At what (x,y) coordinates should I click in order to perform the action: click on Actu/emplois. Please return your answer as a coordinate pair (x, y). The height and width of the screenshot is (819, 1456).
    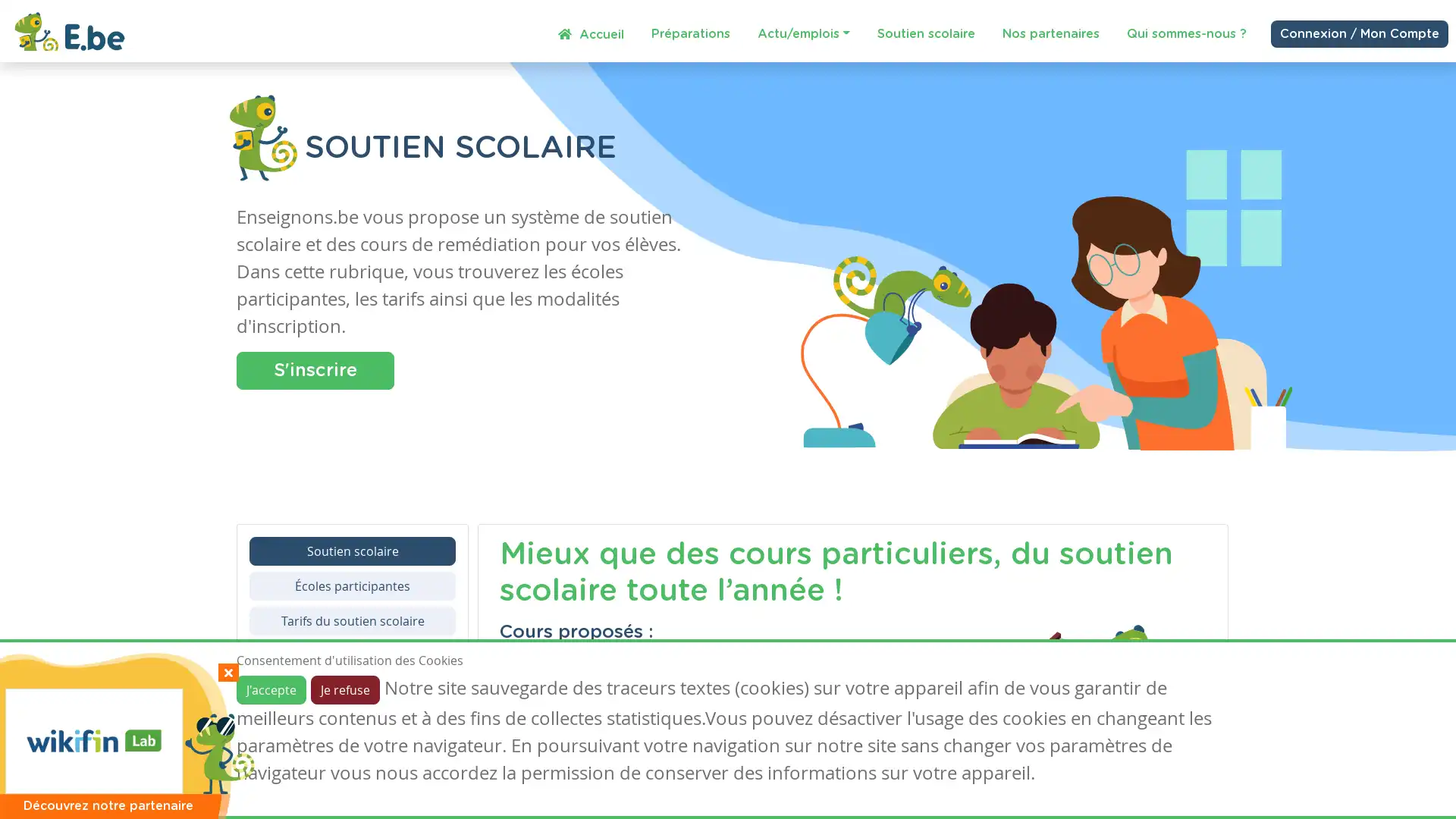
    Looking at the image, I should click on (803, 33).